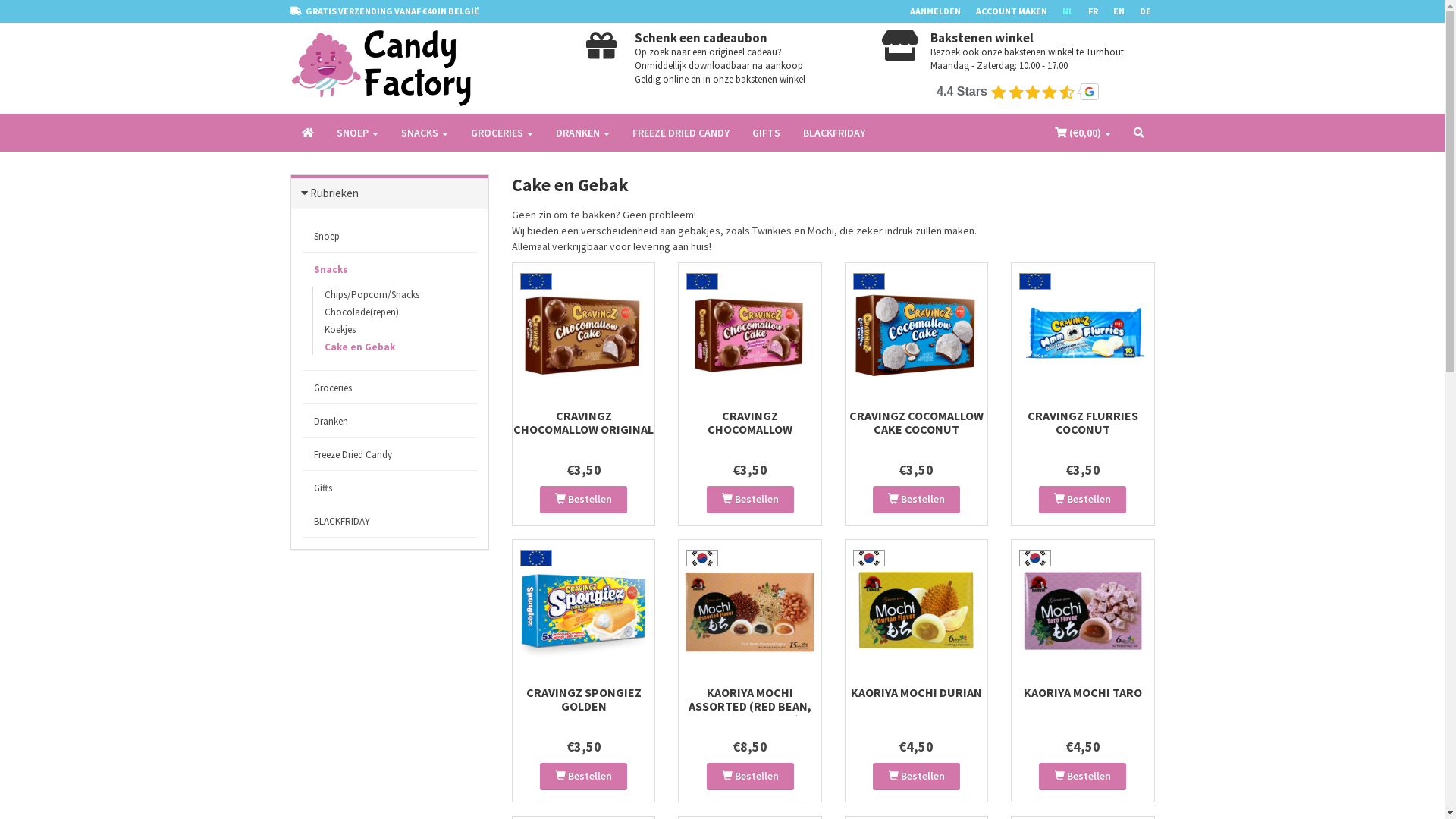  What do you see at coordinates (526, 698) in the screenshot?
I see `'CRAVINGZ SPONGIEZ GOLDEN'` at bounding box center [526, 698].